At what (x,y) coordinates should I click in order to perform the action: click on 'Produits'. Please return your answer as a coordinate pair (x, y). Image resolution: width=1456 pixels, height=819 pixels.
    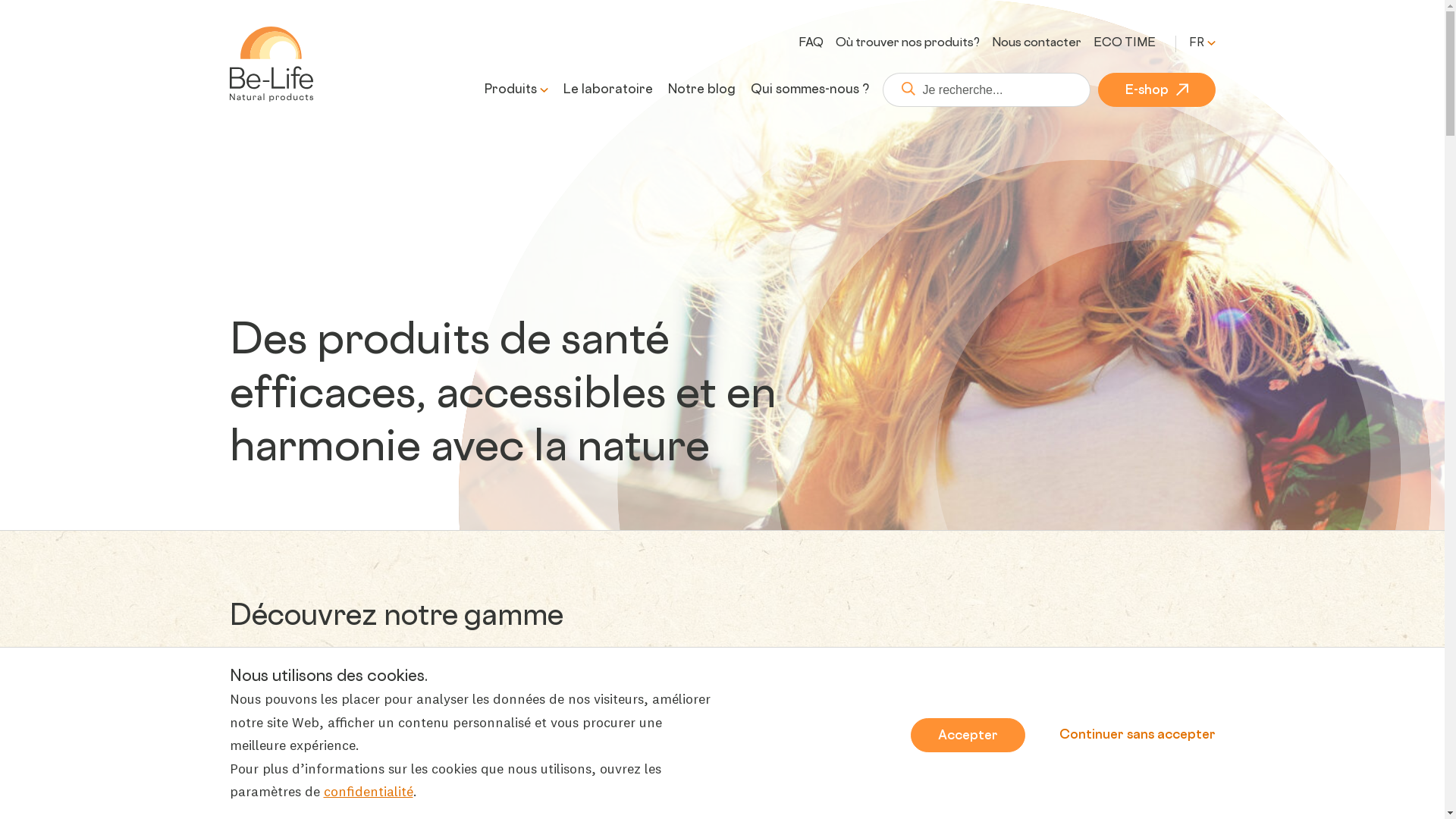
    Looking at the image, I should click on (483, 90).